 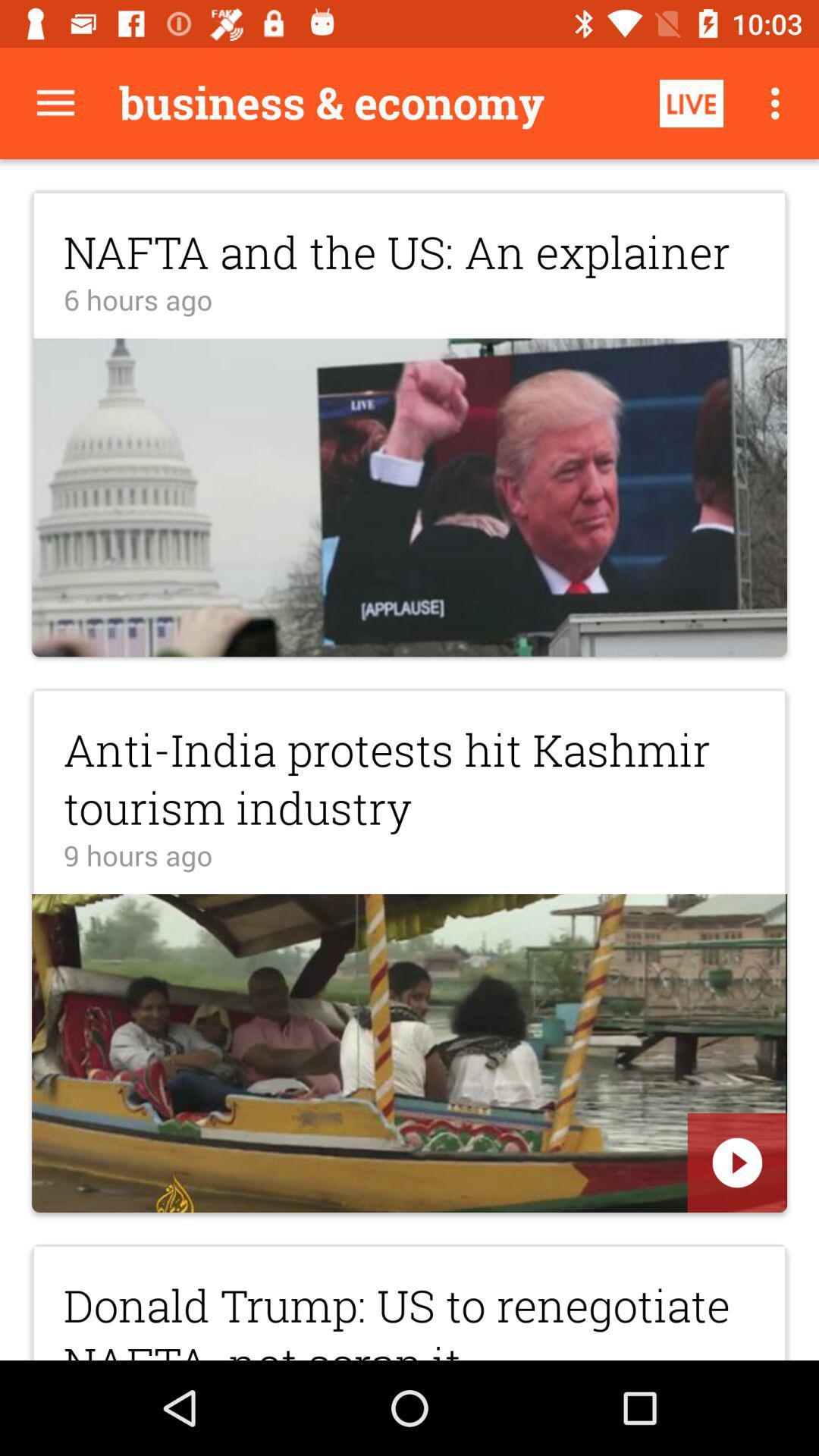 I want to click on open menu, so click(x=55, y=102).